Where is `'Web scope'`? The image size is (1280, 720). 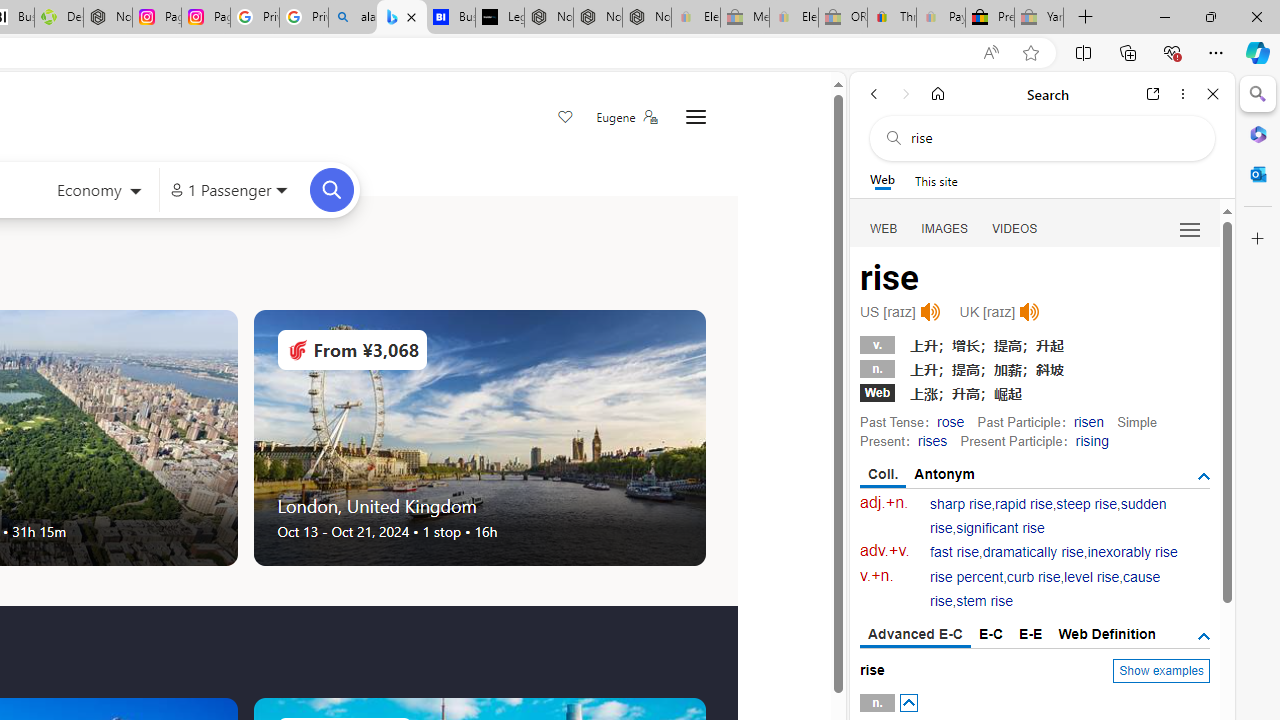
'Web scope' is located at coordinates (881, 180).